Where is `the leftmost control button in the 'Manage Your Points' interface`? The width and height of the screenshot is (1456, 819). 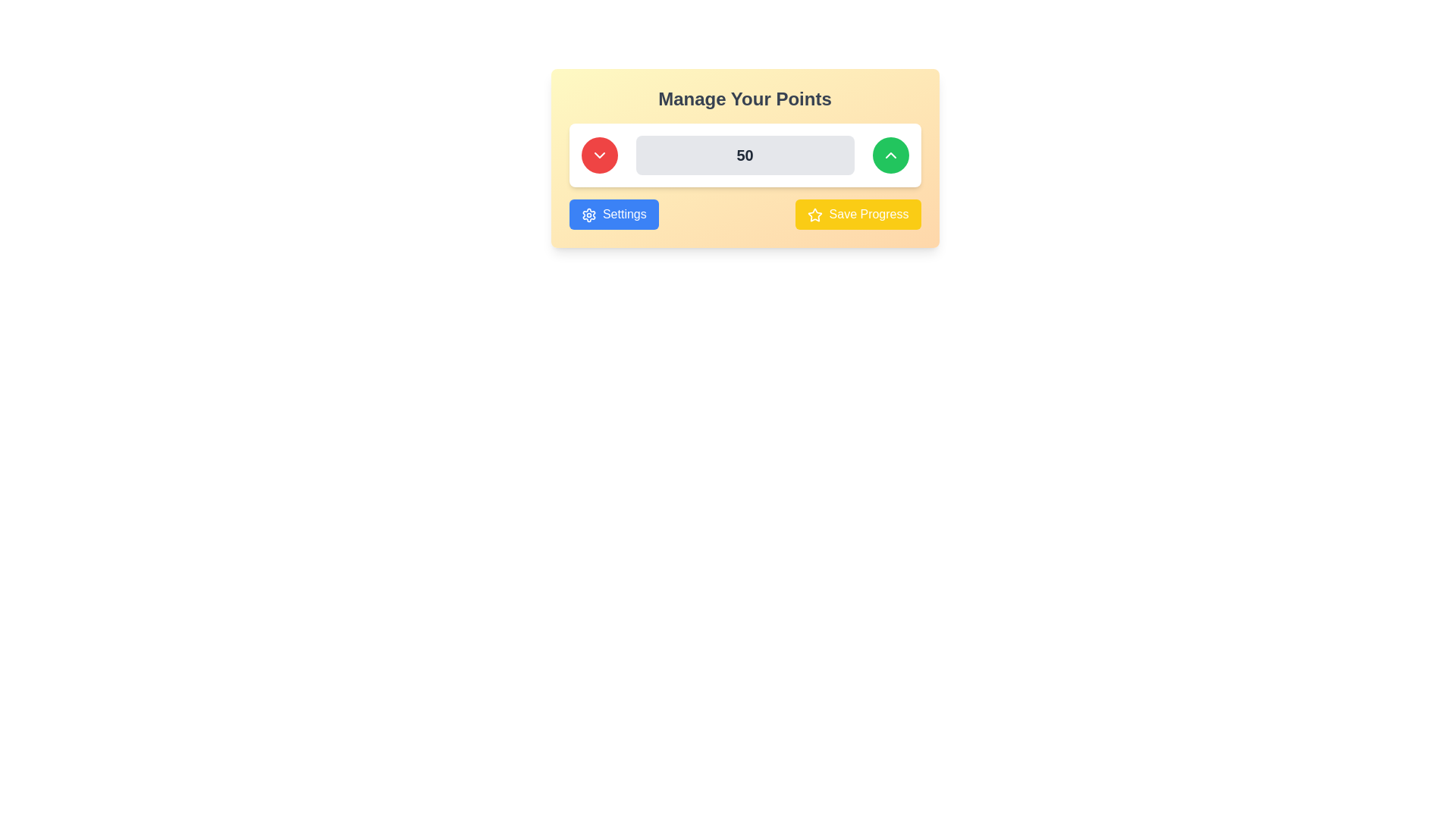 the leftmost control button in the 'Manage Your Points' interface is located at coordinates (598, 155).